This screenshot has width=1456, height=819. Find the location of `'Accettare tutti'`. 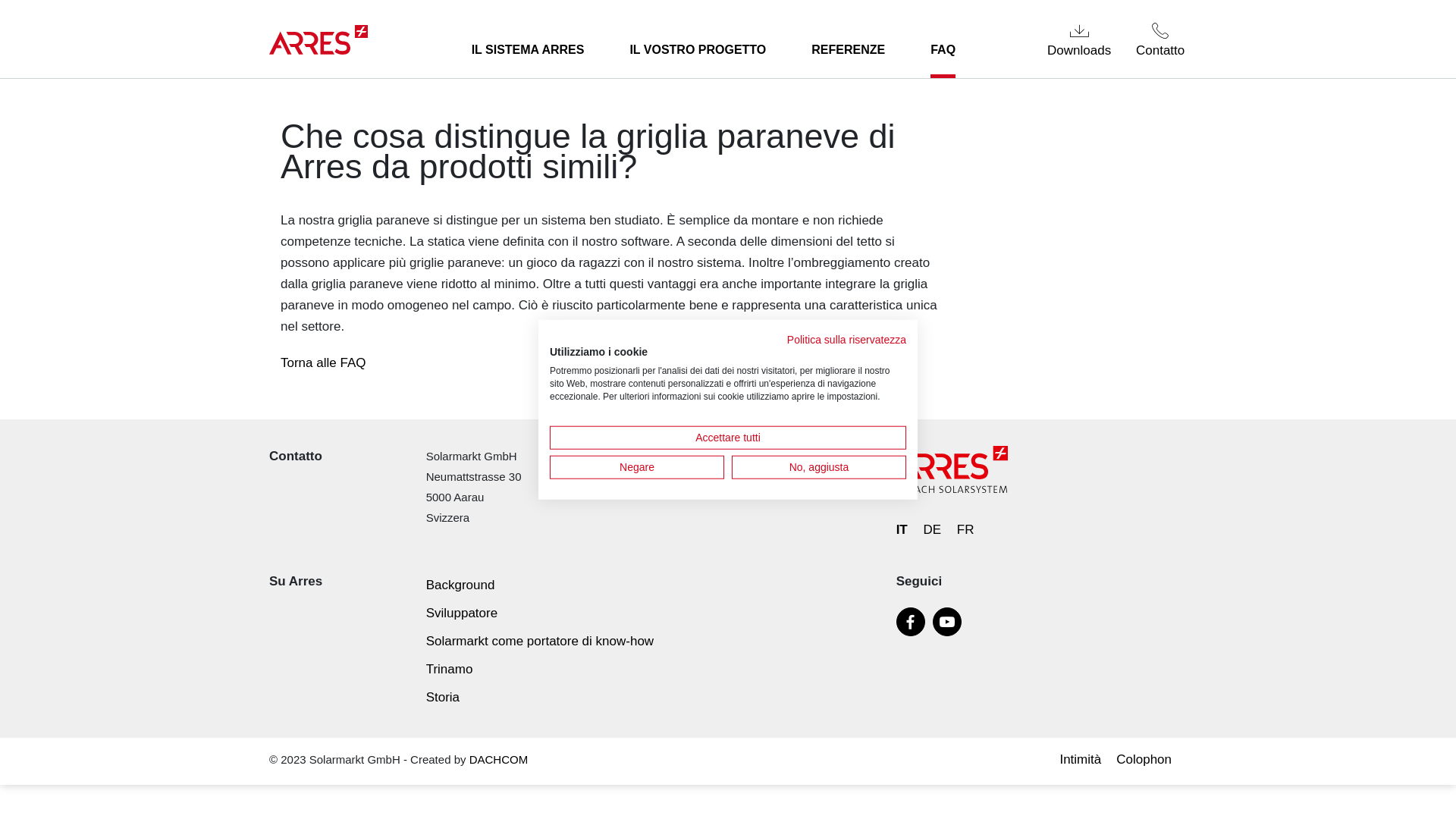

'Accettare tutti' is located at coordinates (728, 437).